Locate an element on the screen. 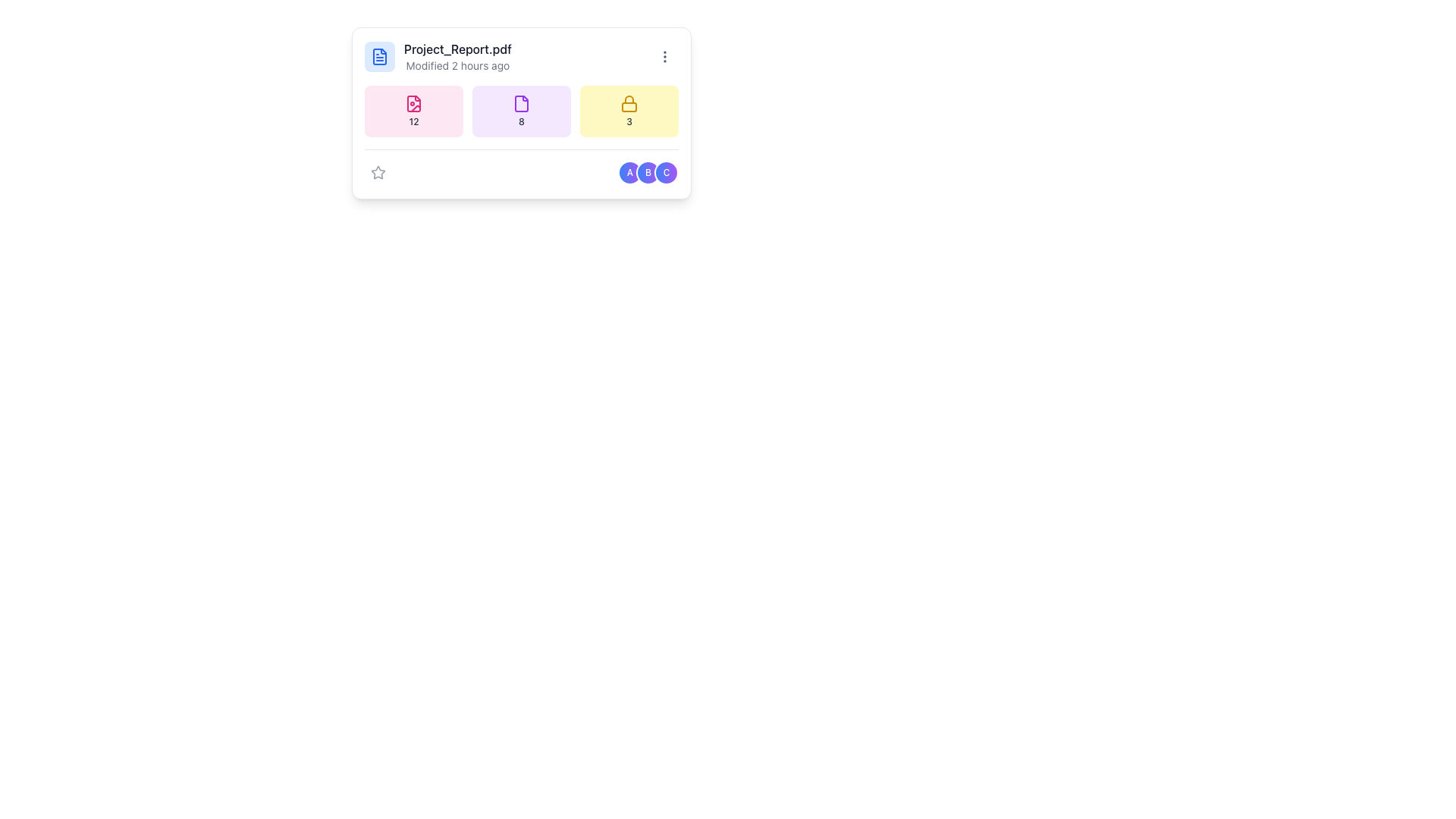 The image size is (1456, 819). the file icon representing 'Project_Report.pdf' located at the top-left corner of the card is located at coordinates (379, 55).